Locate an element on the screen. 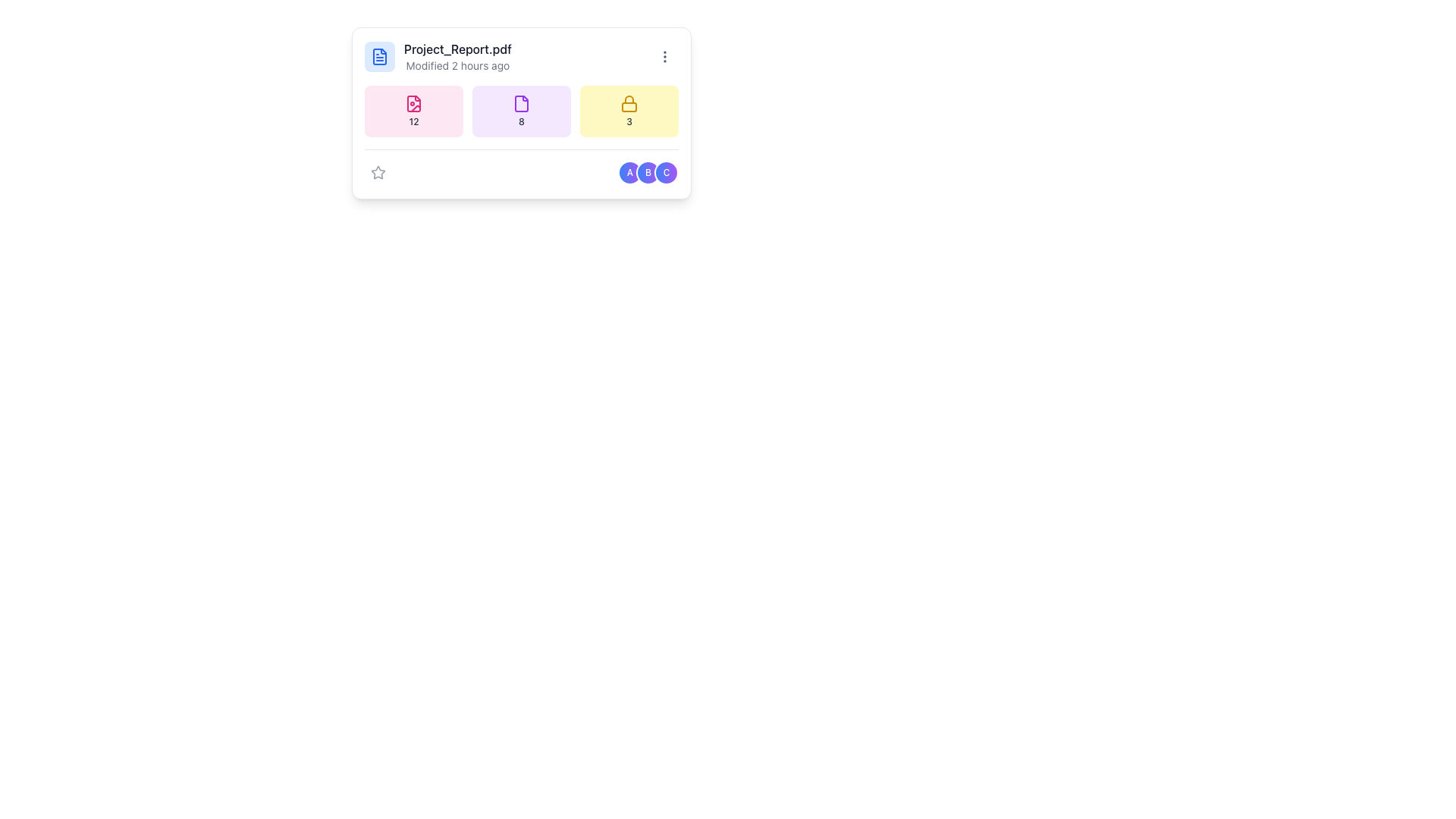 The image size is (1456, 819). the file icon representing 'Project_Report.pdf' located at the top-left corner of the card is located at coordinates (379, 55).